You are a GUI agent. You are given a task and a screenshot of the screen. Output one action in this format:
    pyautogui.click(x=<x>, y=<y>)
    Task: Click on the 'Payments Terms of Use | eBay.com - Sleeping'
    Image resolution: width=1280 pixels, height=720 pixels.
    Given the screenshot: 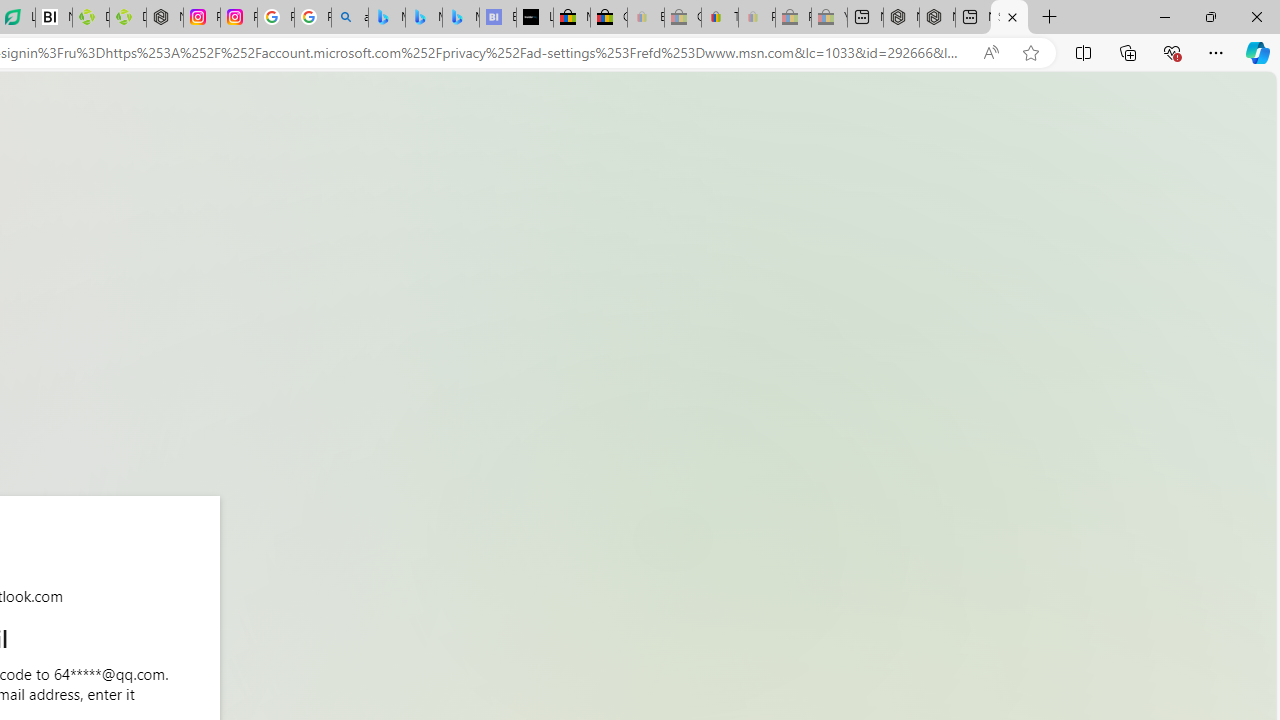 What is the action you would take?
    pyautogui.click(x=755, y=17)
    